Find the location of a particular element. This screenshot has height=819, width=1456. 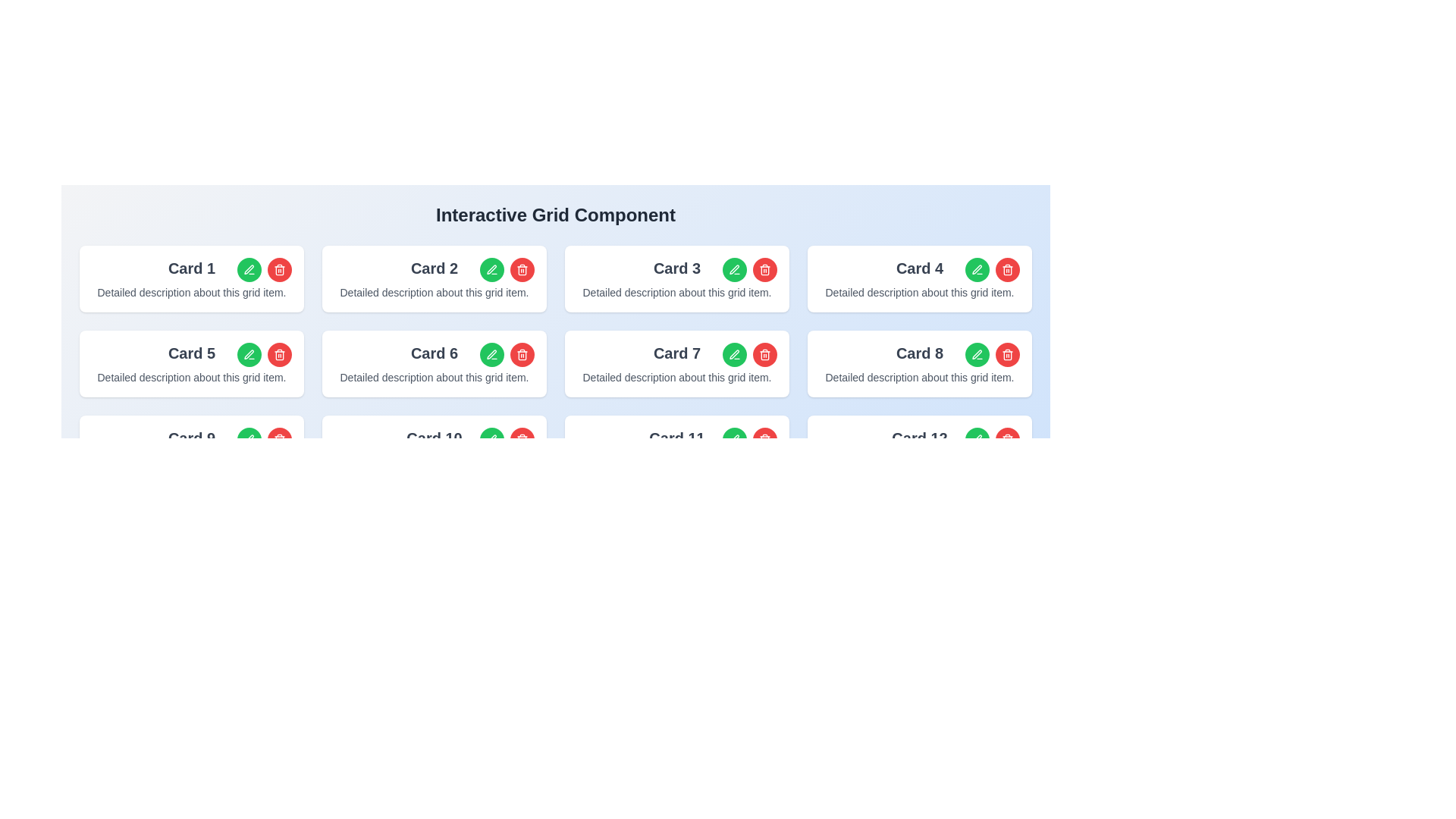

the delete icon button located at the top-right corner of 'Card 9' is located at coordinates (280, 439).